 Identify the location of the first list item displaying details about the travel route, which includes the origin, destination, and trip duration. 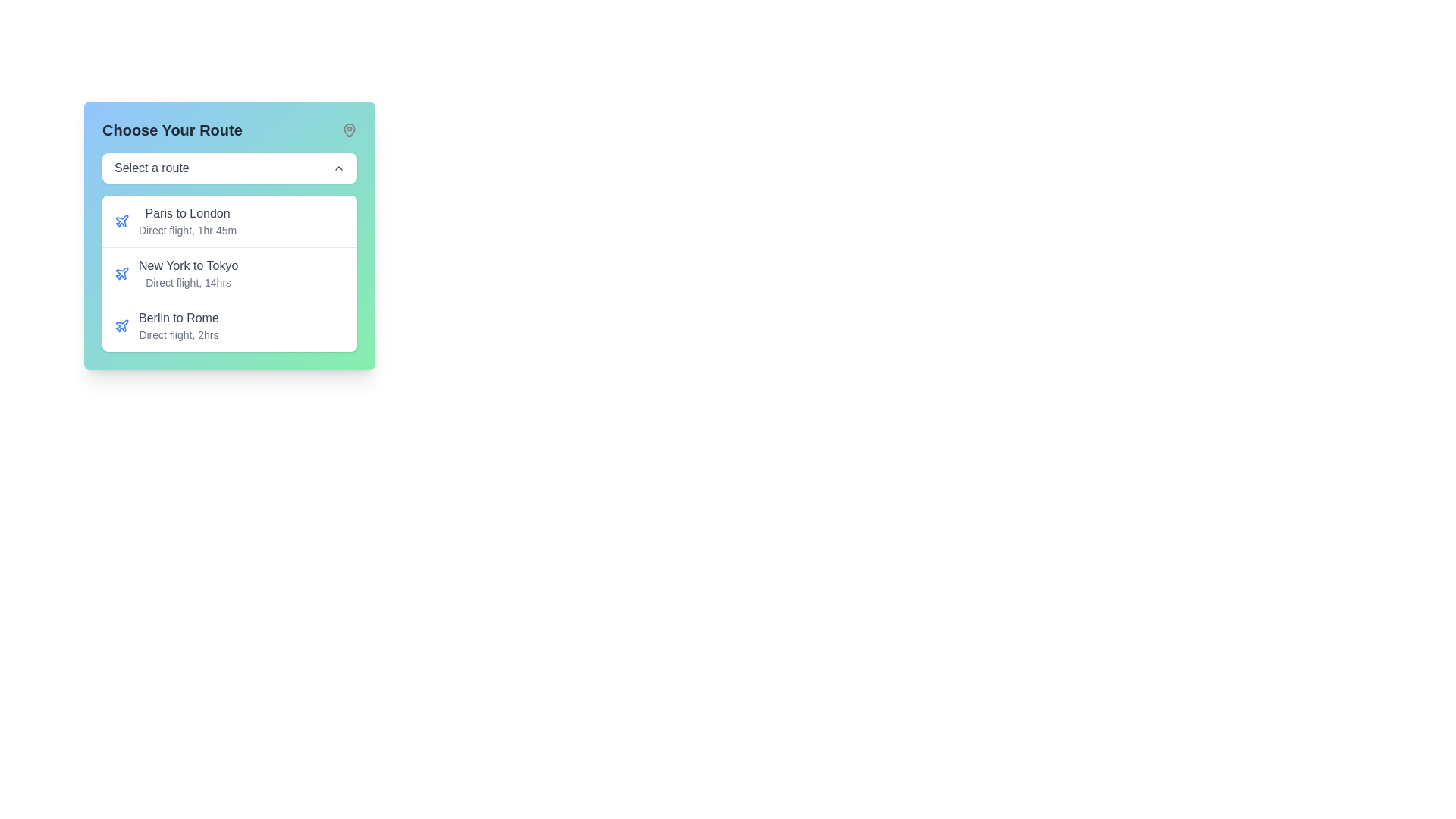
(175, 221).